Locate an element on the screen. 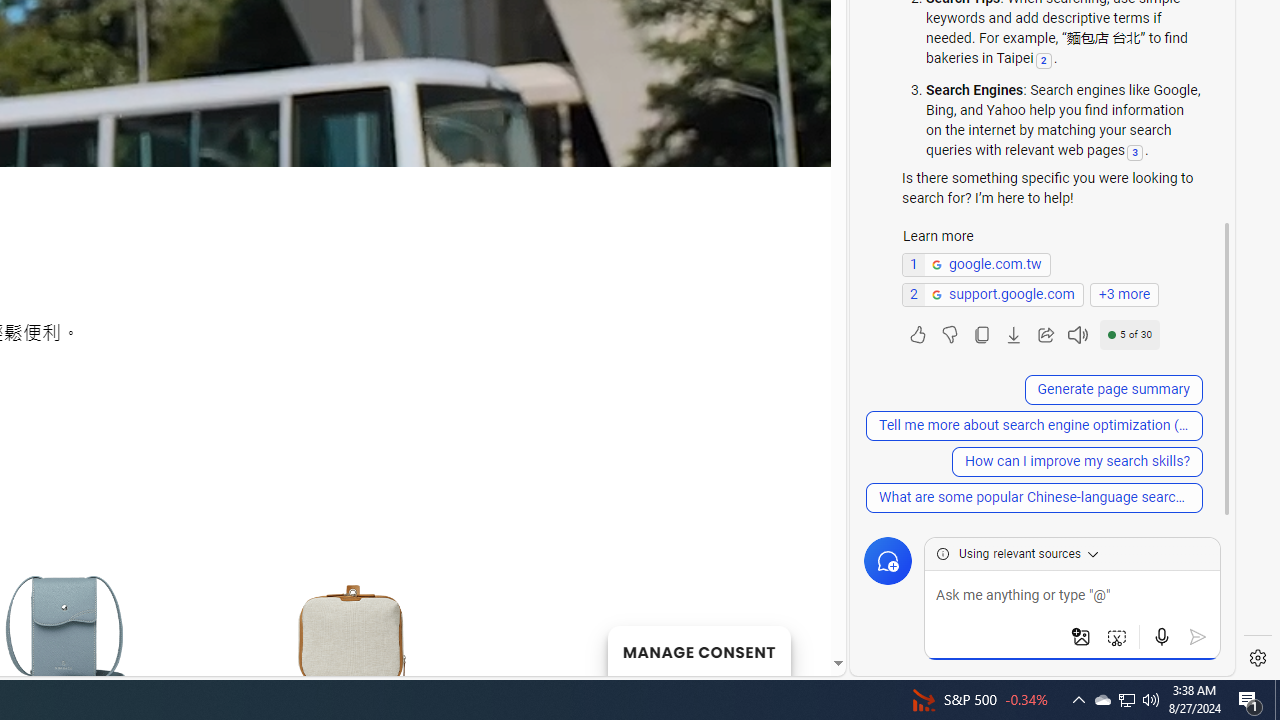 This screenshot has width=1280, height=720. 'MANAGE CONSENT' is located at coordinates (698, 650).